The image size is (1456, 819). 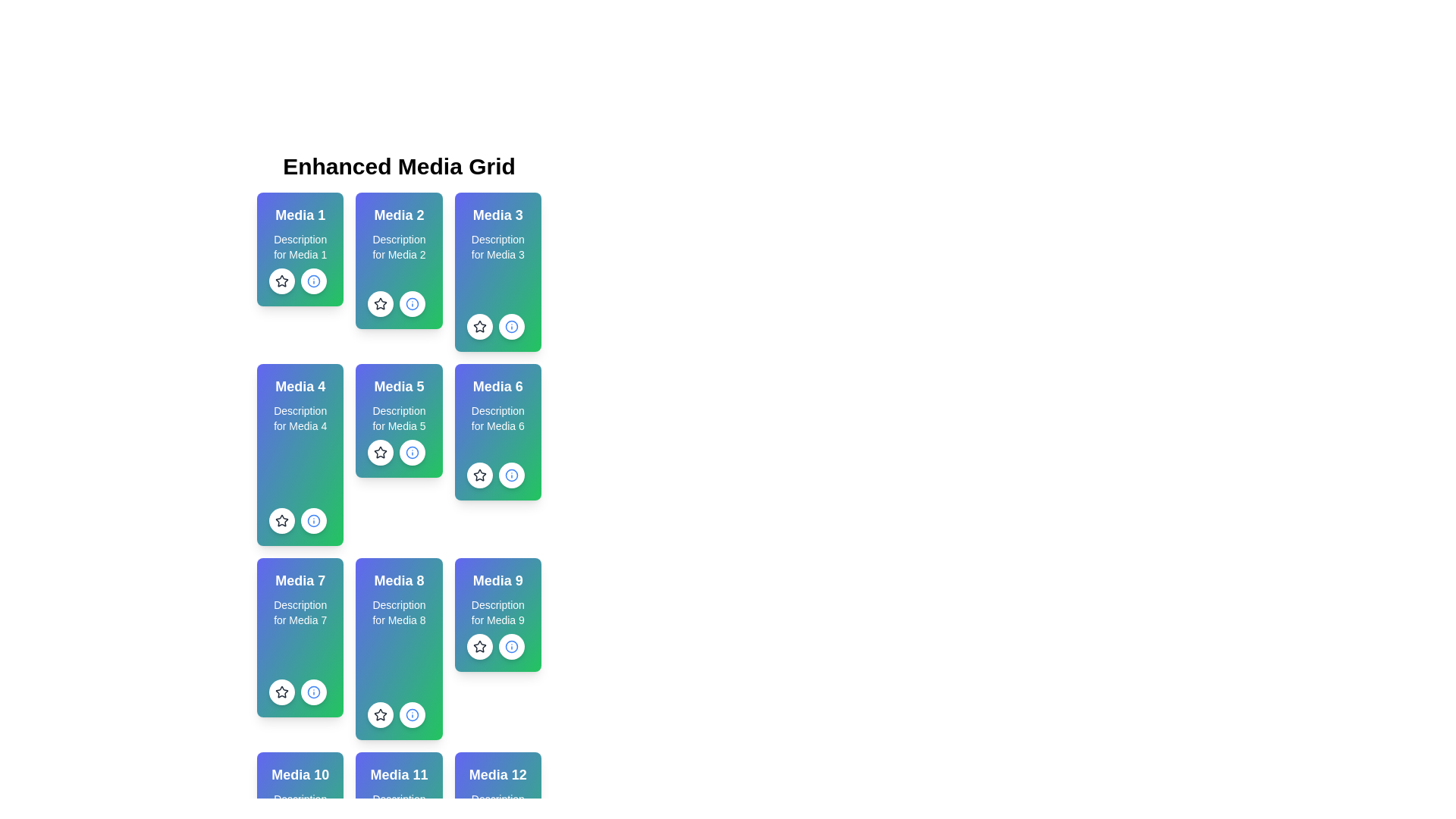 What do you see at coordinates (511, 326) in the screenshot?
I see `the informational icon located at the bottom right corner of the 'Media 3' card in the media grid layout` at bounding box center [511, 326].